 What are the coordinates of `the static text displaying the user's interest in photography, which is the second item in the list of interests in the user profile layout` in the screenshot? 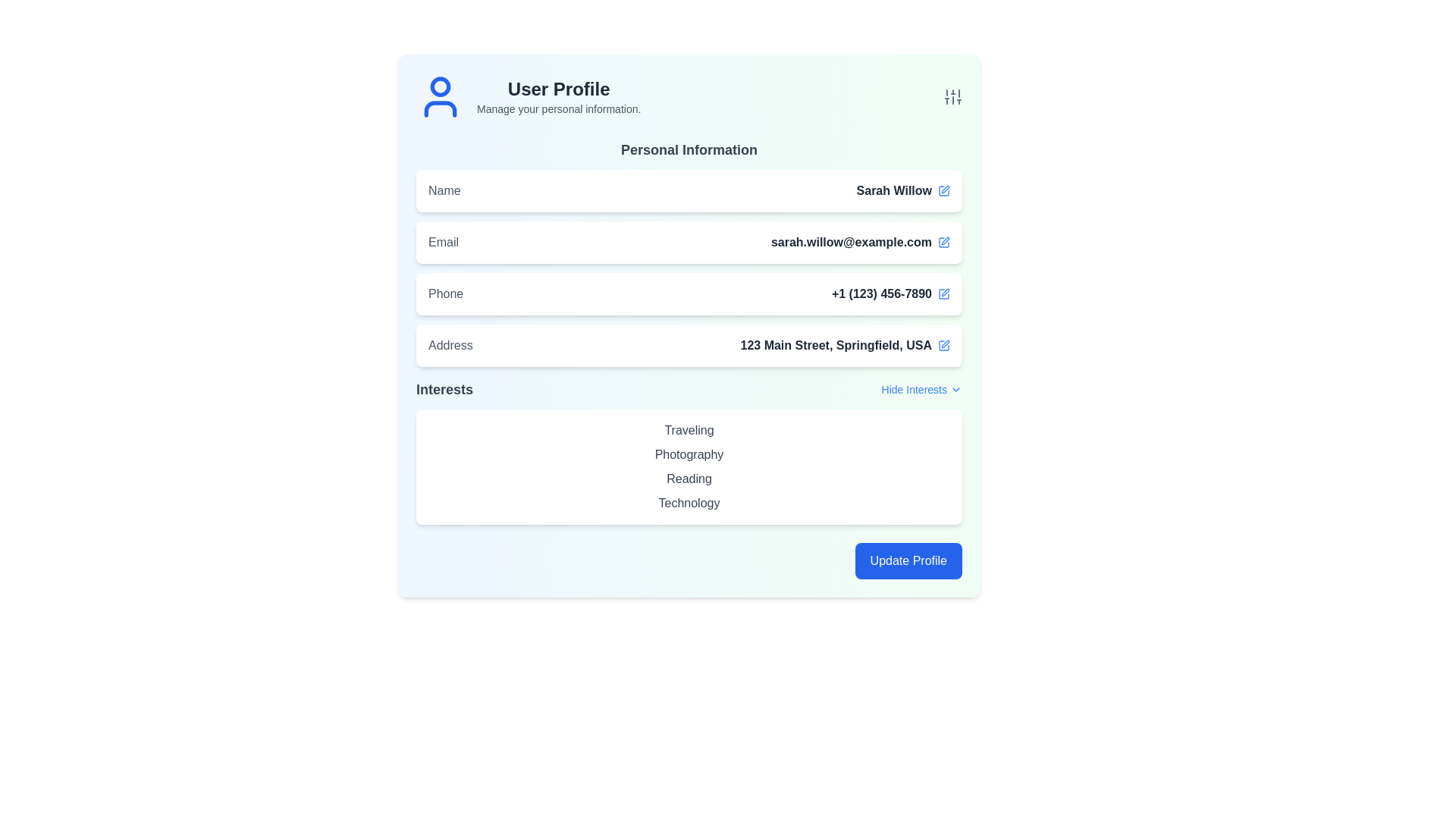 It's located at (688, 451).